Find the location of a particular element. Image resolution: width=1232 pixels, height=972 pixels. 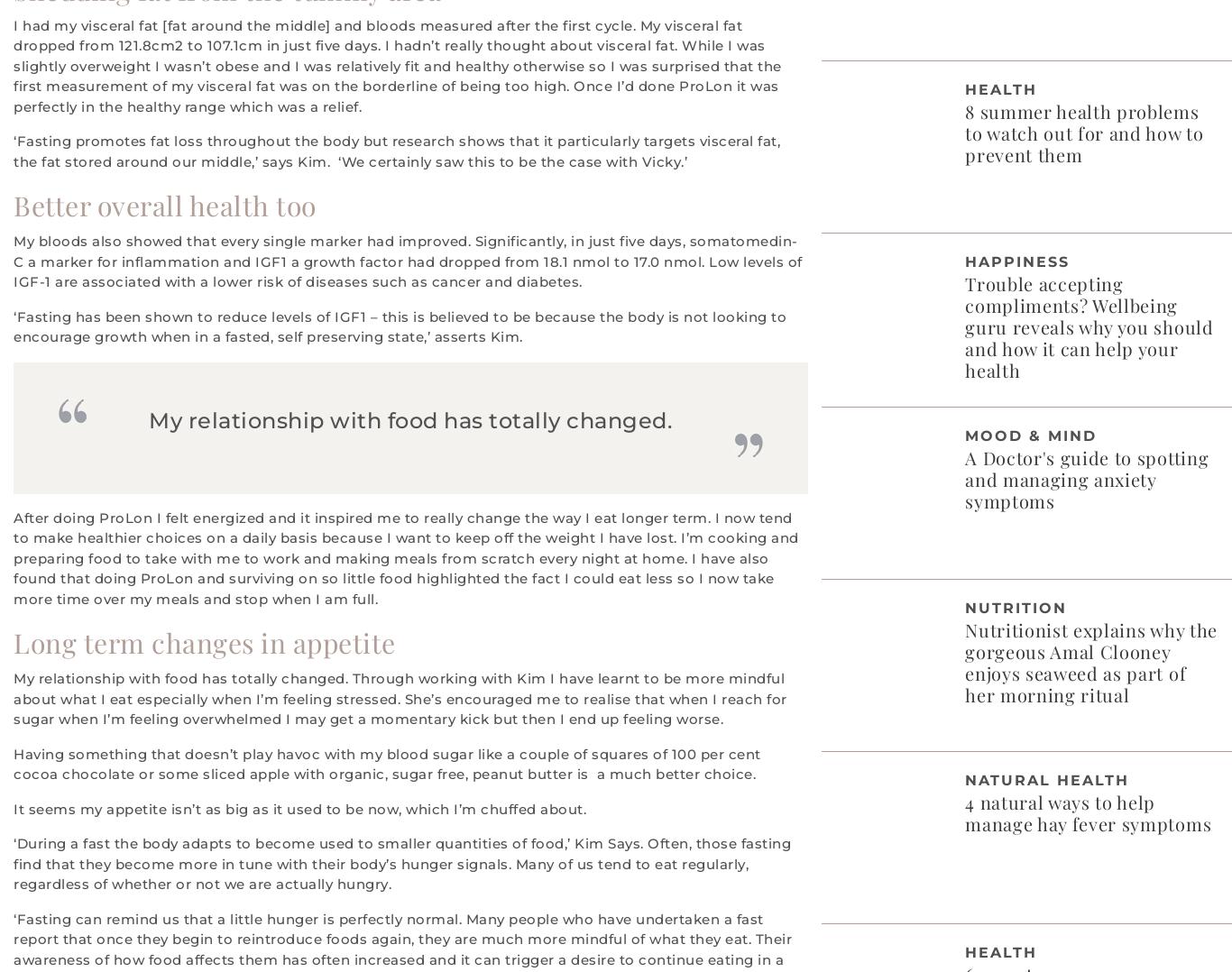

'‘Fasting promotes fat loss throughout the body but research shows that it particularly targets visceral fat, the fat stored around our middle,’ says Kim.  ‘We certainly saw this to be the case with Vicky.’' is located at coordinates (395, 150).